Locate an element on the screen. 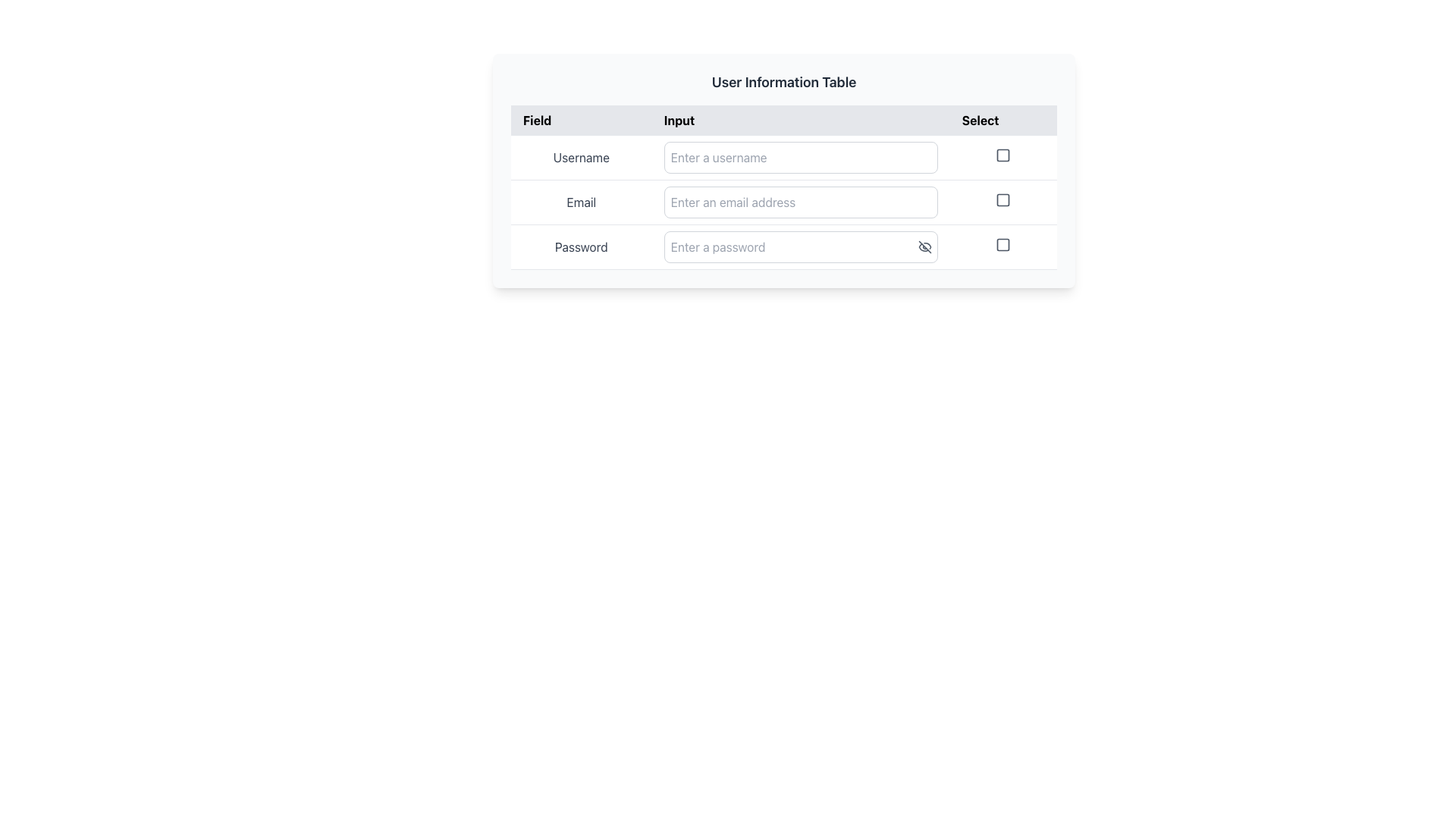 The width and height of the screenshot is (1456, 819). the square-shaped button with a hollow center and dark gray outline located to the right of the 'Enter an email address' input field in the 'User Information Table' is located at coordinates (1003, 199).